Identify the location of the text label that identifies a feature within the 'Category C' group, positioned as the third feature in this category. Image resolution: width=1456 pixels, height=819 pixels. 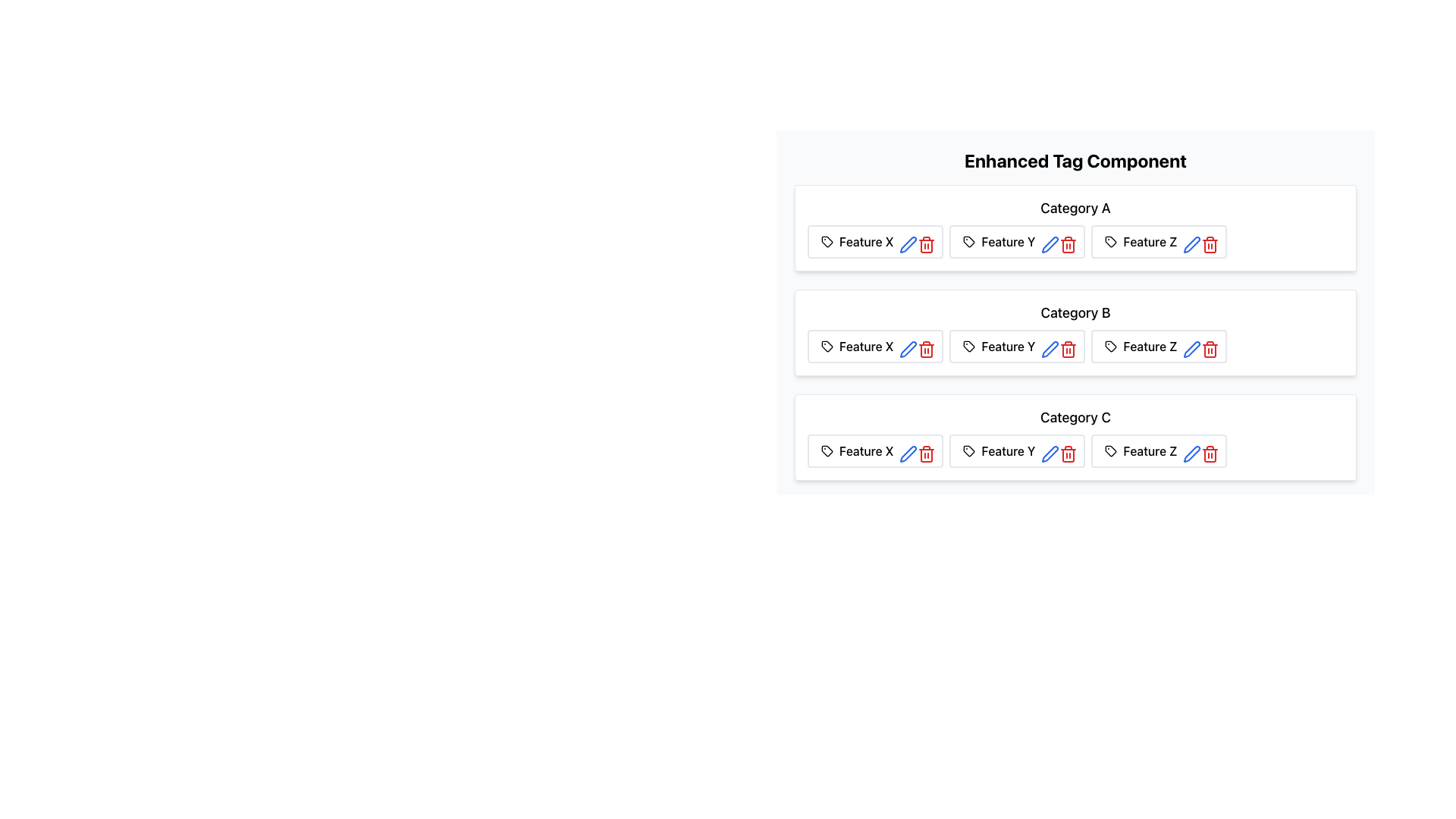
(1150, 450).